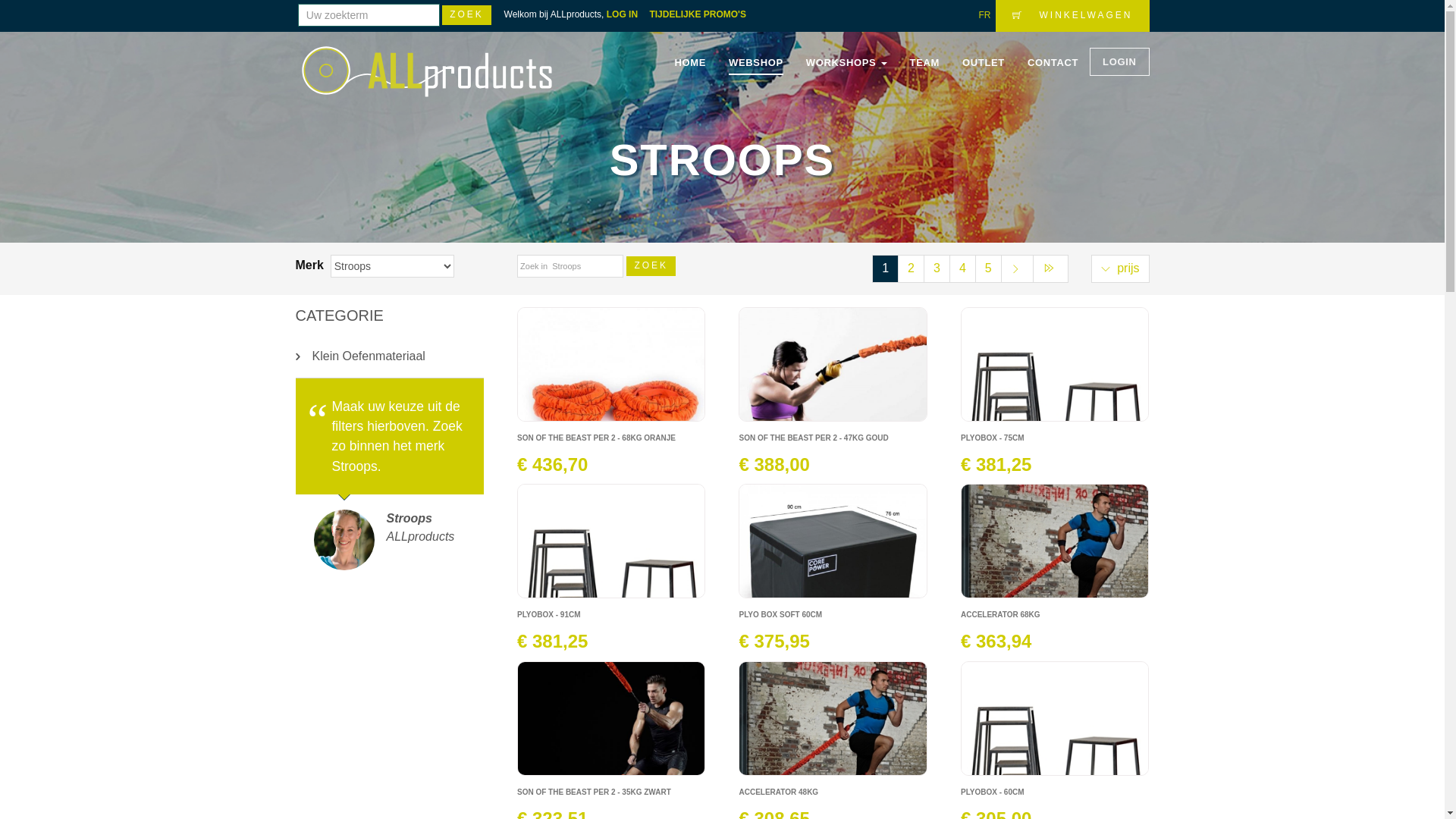 Image resolution: width=1456 pixels, height=819 pixels. What do you see at coordinates (923, 268) in the screenshot?
I see `'3'` at bounding box center [923, 268].